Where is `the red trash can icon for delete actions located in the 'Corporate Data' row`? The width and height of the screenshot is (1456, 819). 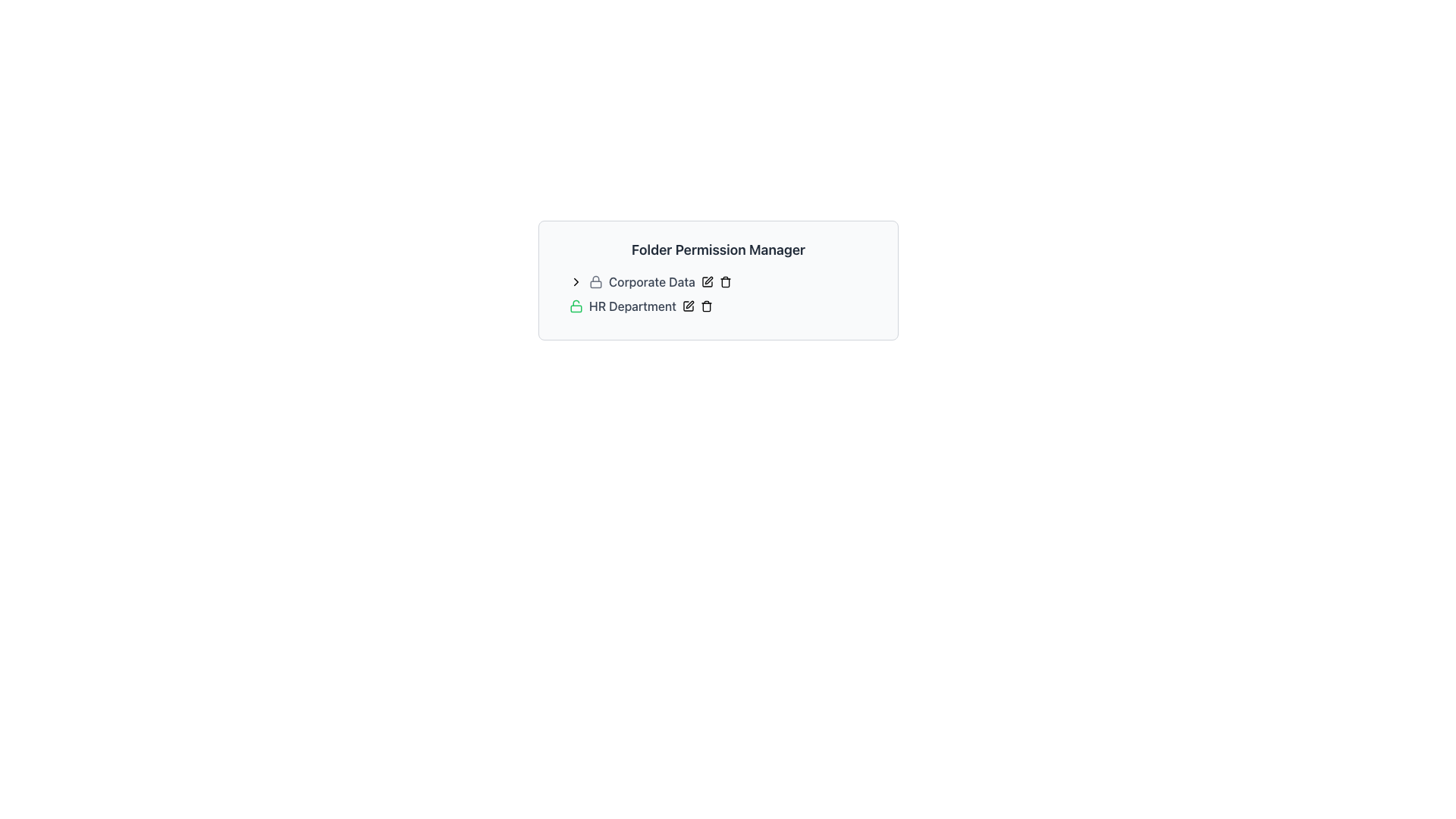
the red trash can icon for delete actions located in the 'Corporate Data' row is located at coordinates (724, 283).